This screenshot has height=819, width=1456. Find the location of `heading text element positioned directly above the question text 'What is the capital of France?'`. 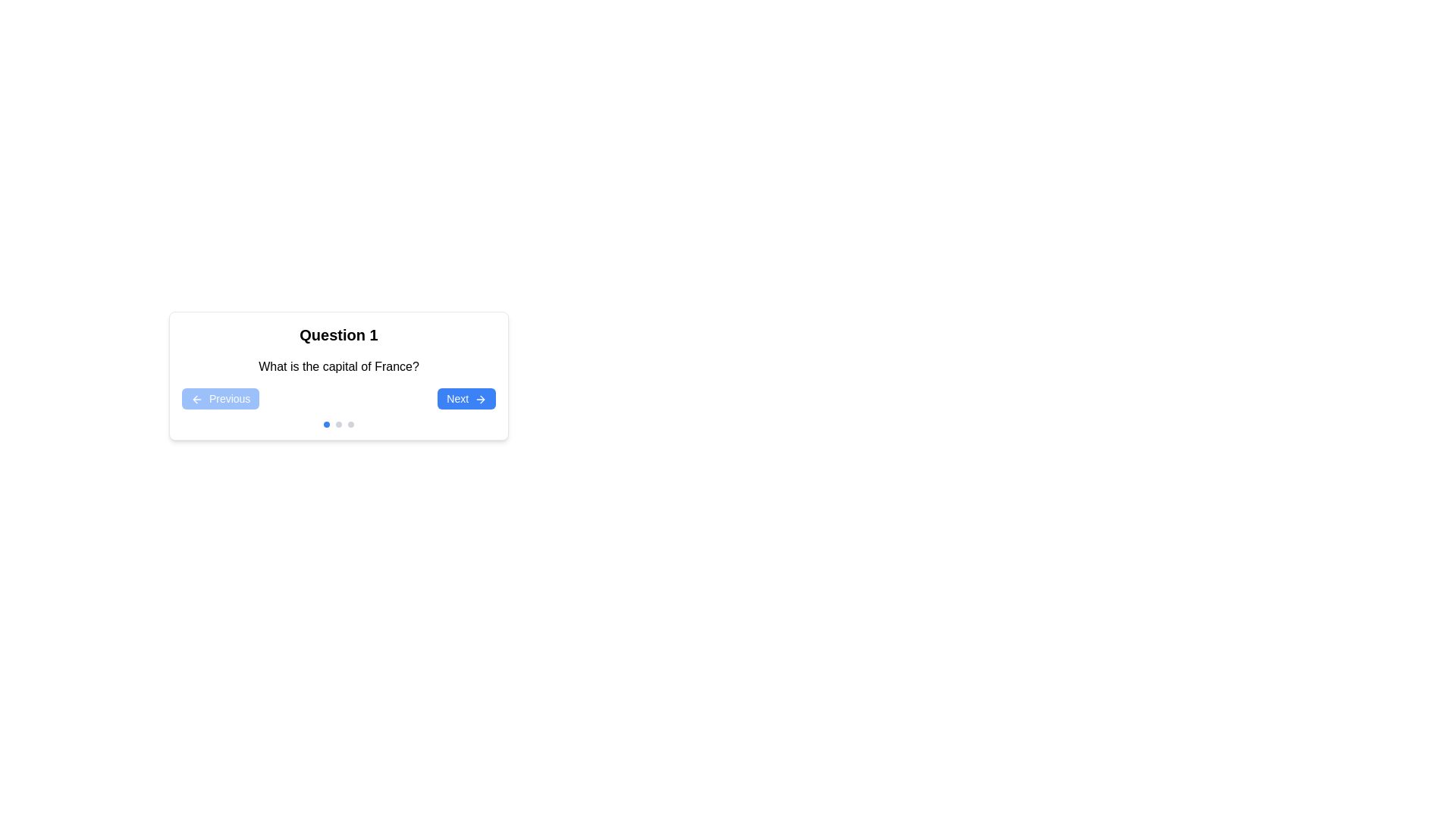

heading text element positioned directly above the question text 'What is the capital of France?' is located at coordinates (337, 334).